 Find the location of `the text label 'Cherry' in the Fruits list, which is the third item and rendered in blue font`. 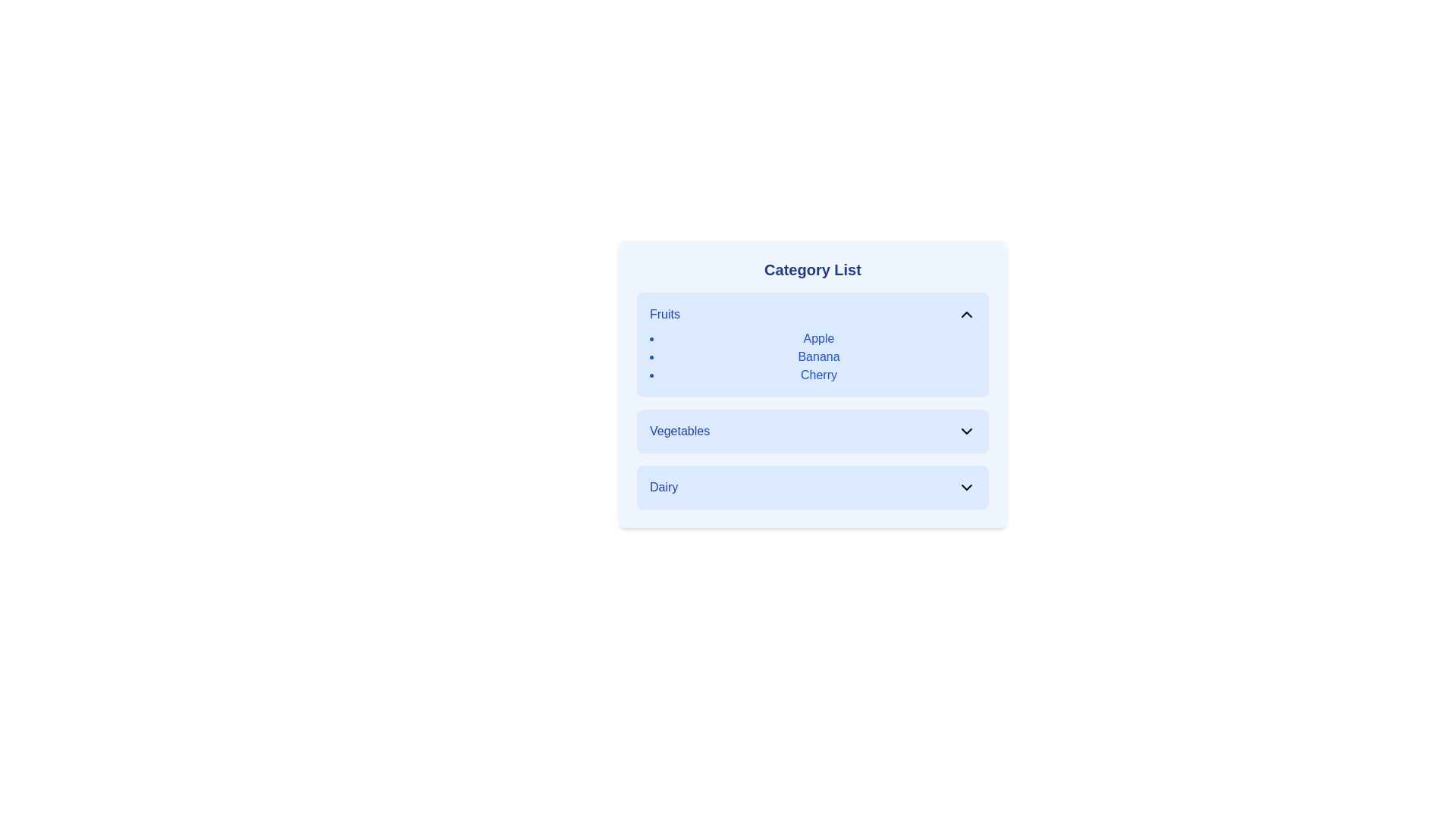

the text label 'Cherry' in the Fruits list, which is the third item and rendered in blue font is located at coordinates (818, 375).